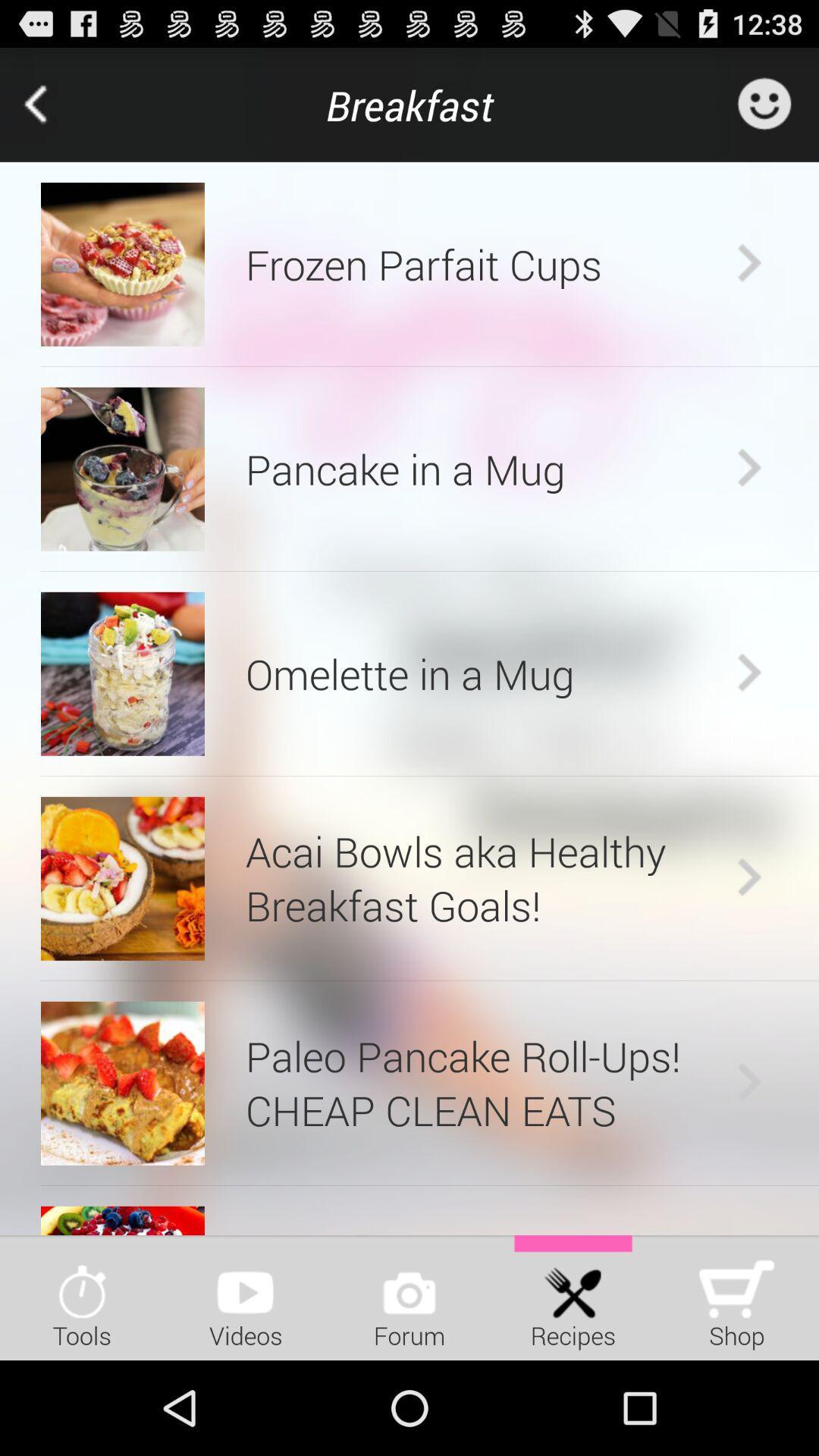 The width and height of the screenshot is (819, 1456). What do you see at coordinates (82, 1297) in the screenshot?
I see `icon to the left of the videos` at bounding box center [82, 1297].